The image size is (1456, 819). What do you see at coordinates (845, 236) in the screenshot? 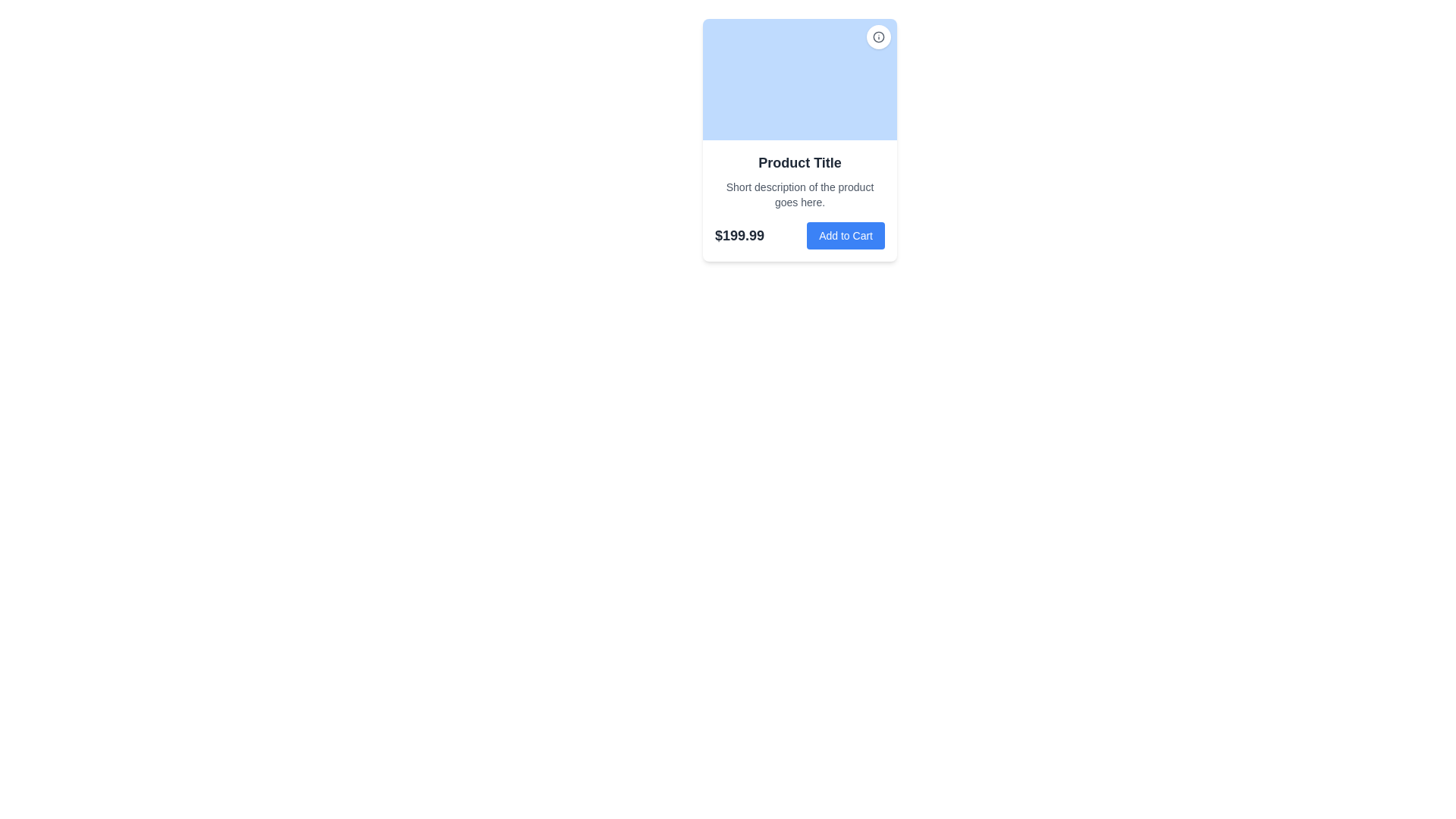
I see `the prominent blue button labeled 'Add to Cart'` at bounding box center [845, 236].